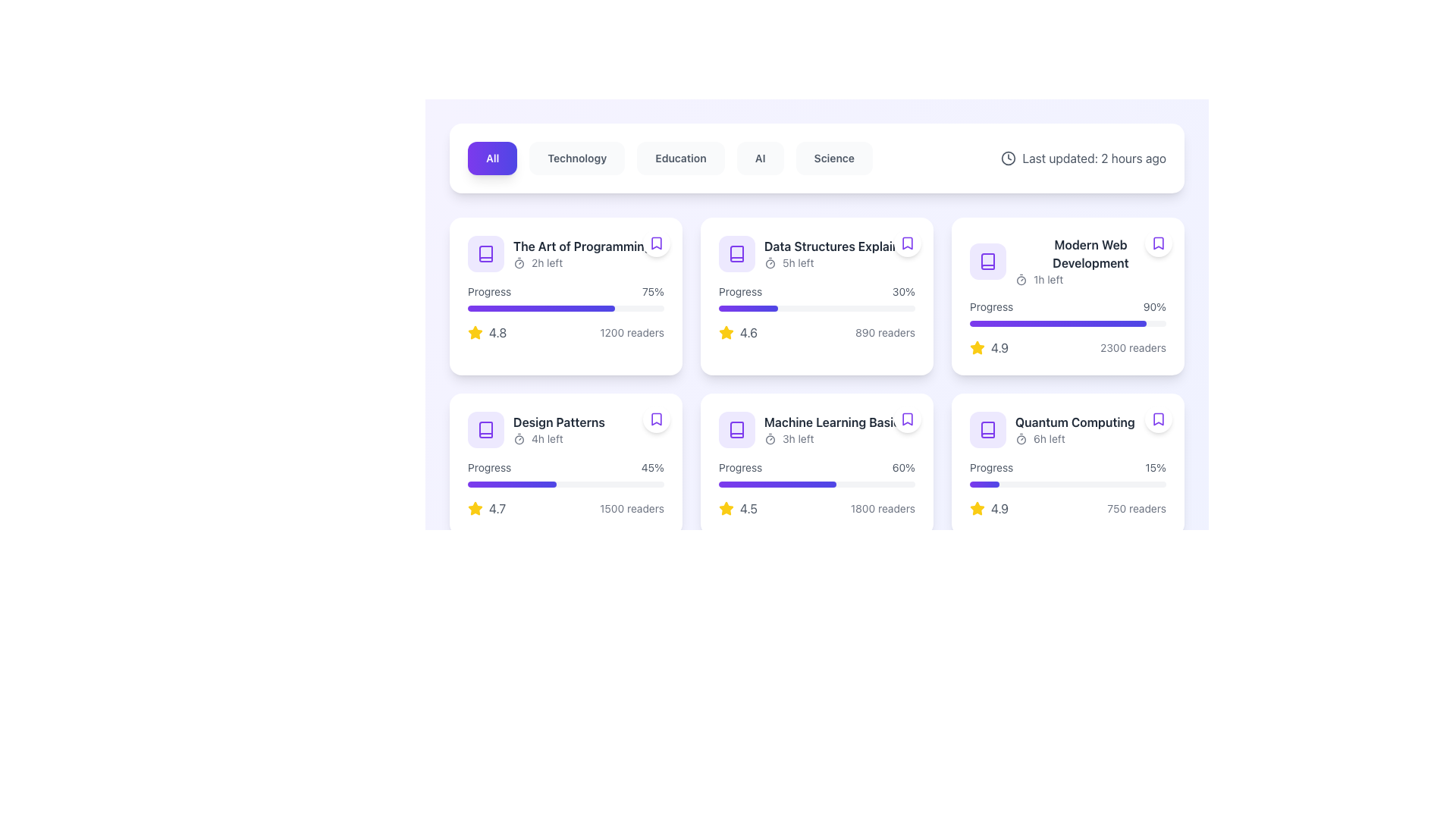  Describe the element at coordinates (738, 509) in the screenshot. I see `the Rating indicator for the 'Machine Learning Basics' card, which features a yellow filled star icon and the text '4.5' in gray color, located in the lower left part of the card` at that location.